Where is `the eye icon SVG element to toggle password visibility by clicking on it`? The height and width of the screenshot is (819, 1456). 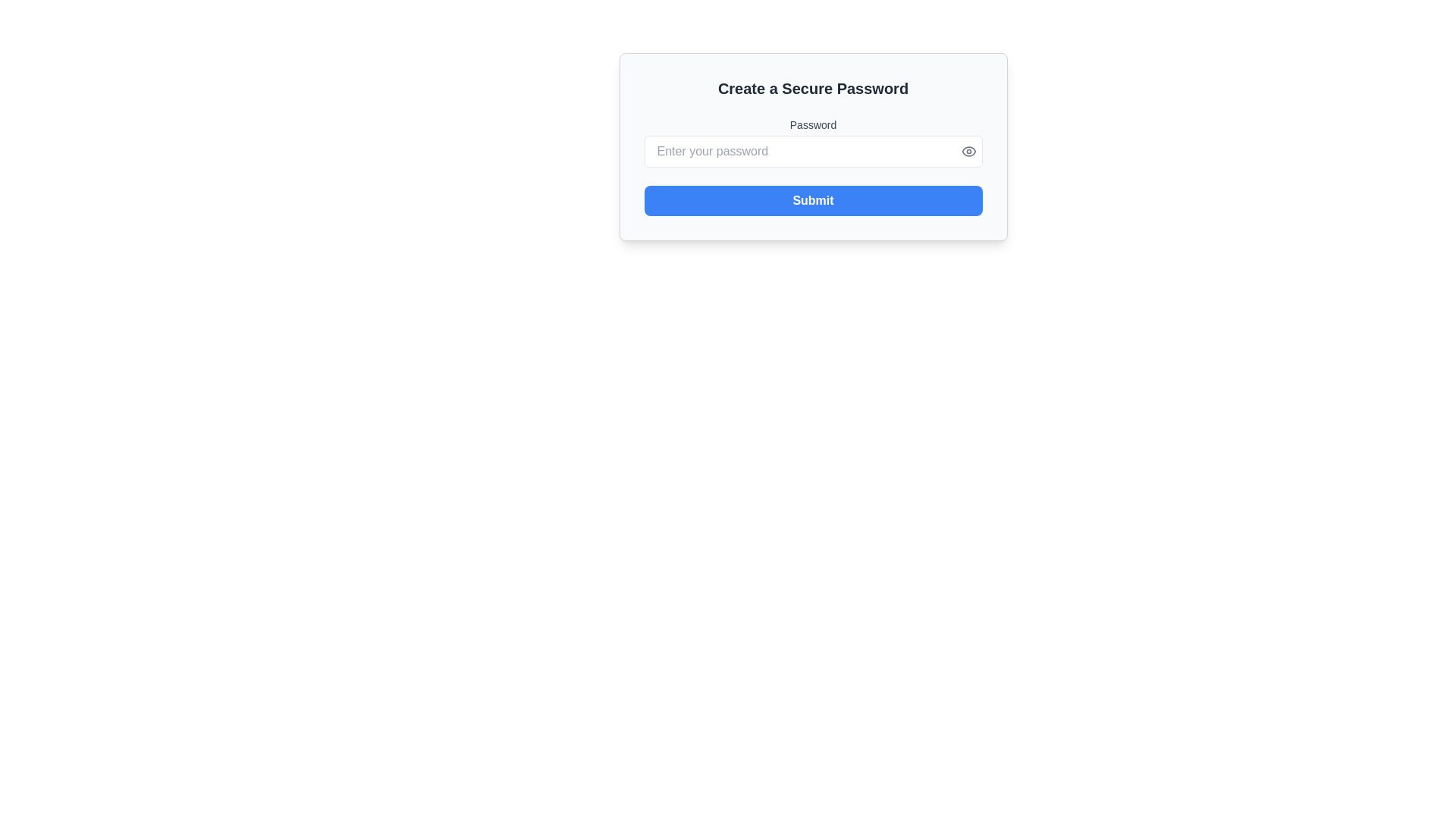 the eye icon SVG element to toggle password visibility by clicking on it is located at coordinates (968, 152).